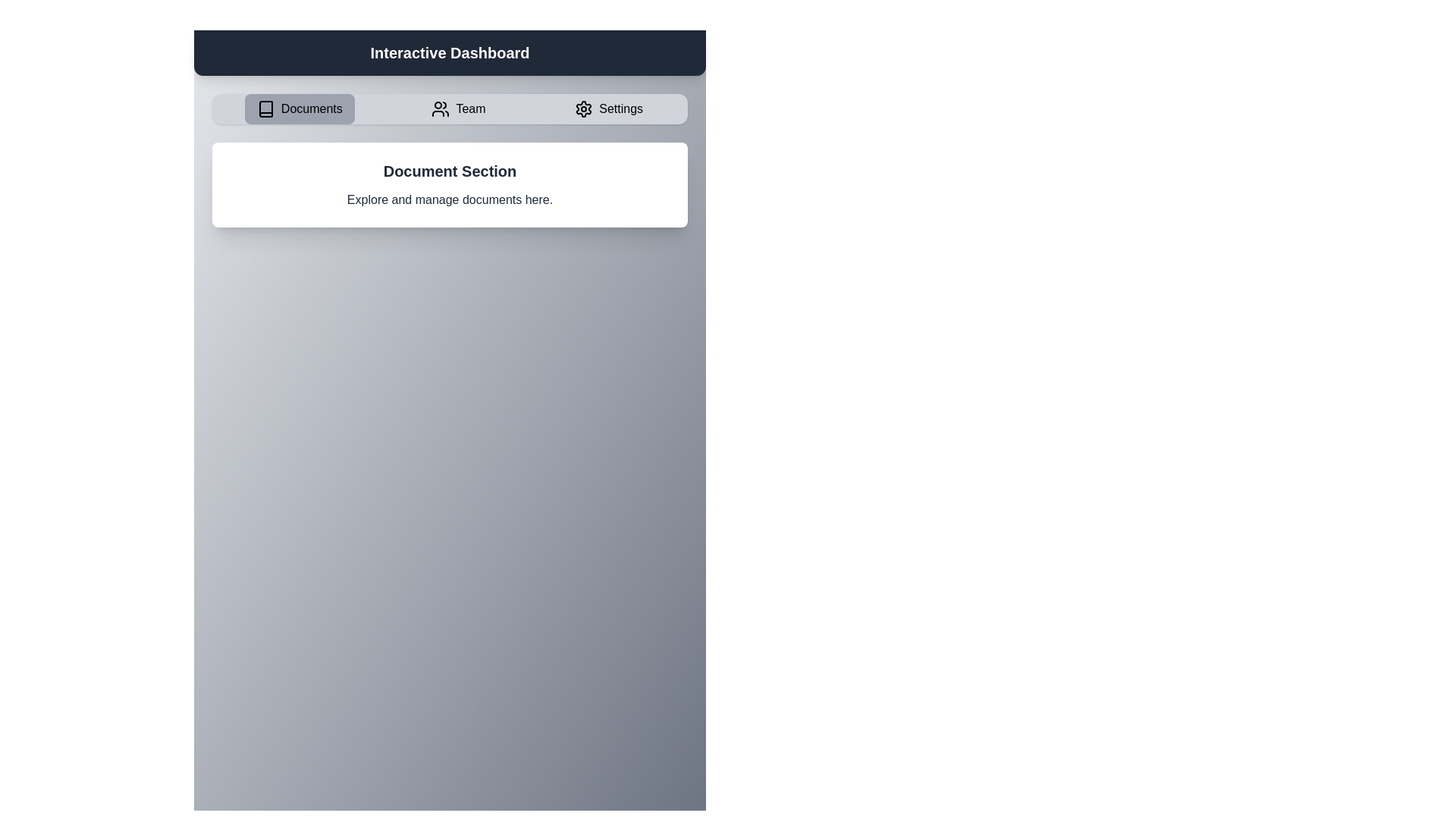 The image size is (1456, 819). I want to click on the 'Team' button, which is a rounded rectangular button with a user icon on its left, positioned in the center of the dashboard's horizontal navigation bar, so click(457, 108).